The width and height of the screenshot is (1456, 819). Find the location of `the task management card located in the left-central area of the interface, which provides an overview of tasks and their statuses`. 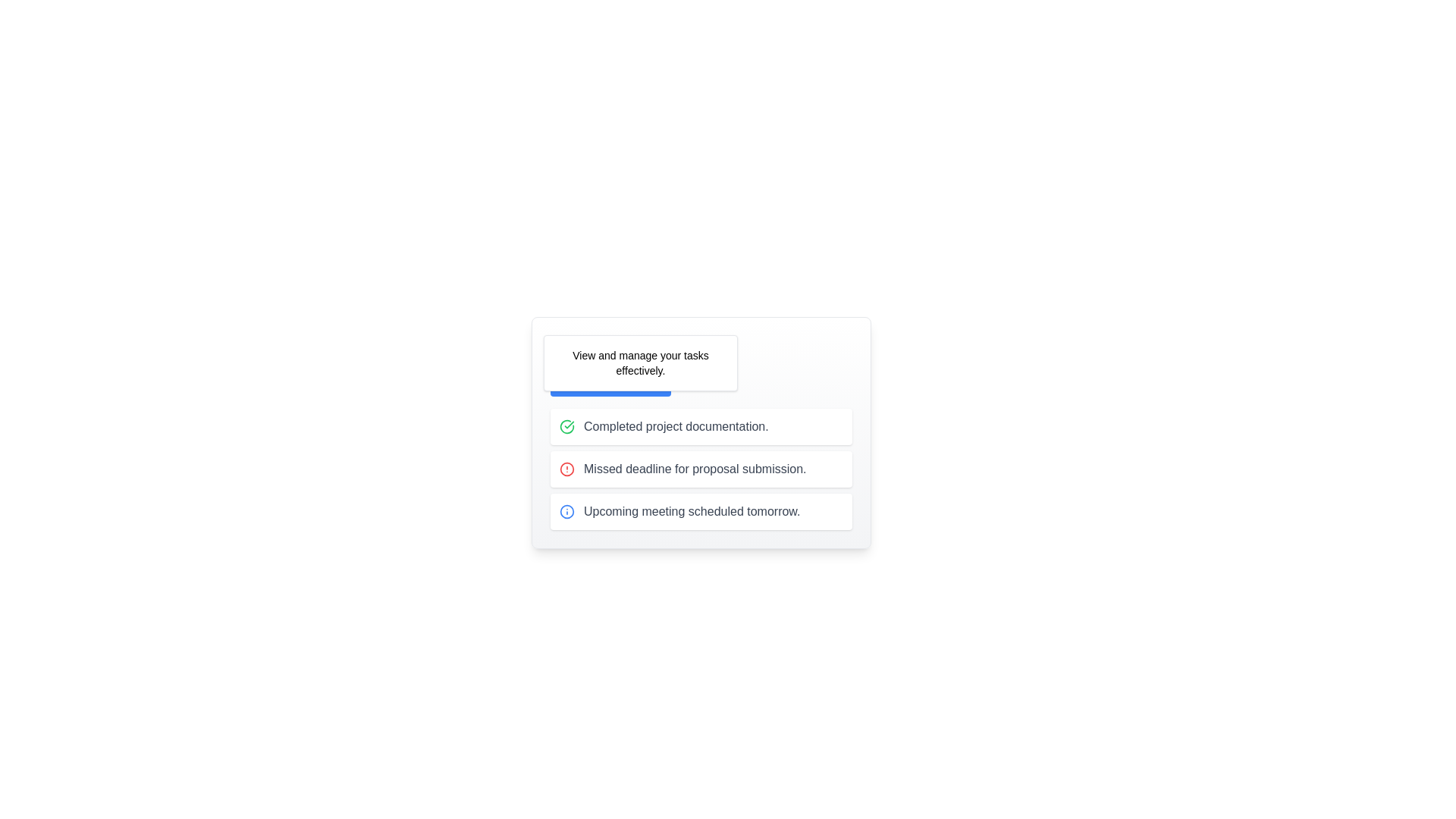

the task management card located in the left-central area of the interface, which provides an overview of tasks and their statuses is located at coordinates (701, 432).